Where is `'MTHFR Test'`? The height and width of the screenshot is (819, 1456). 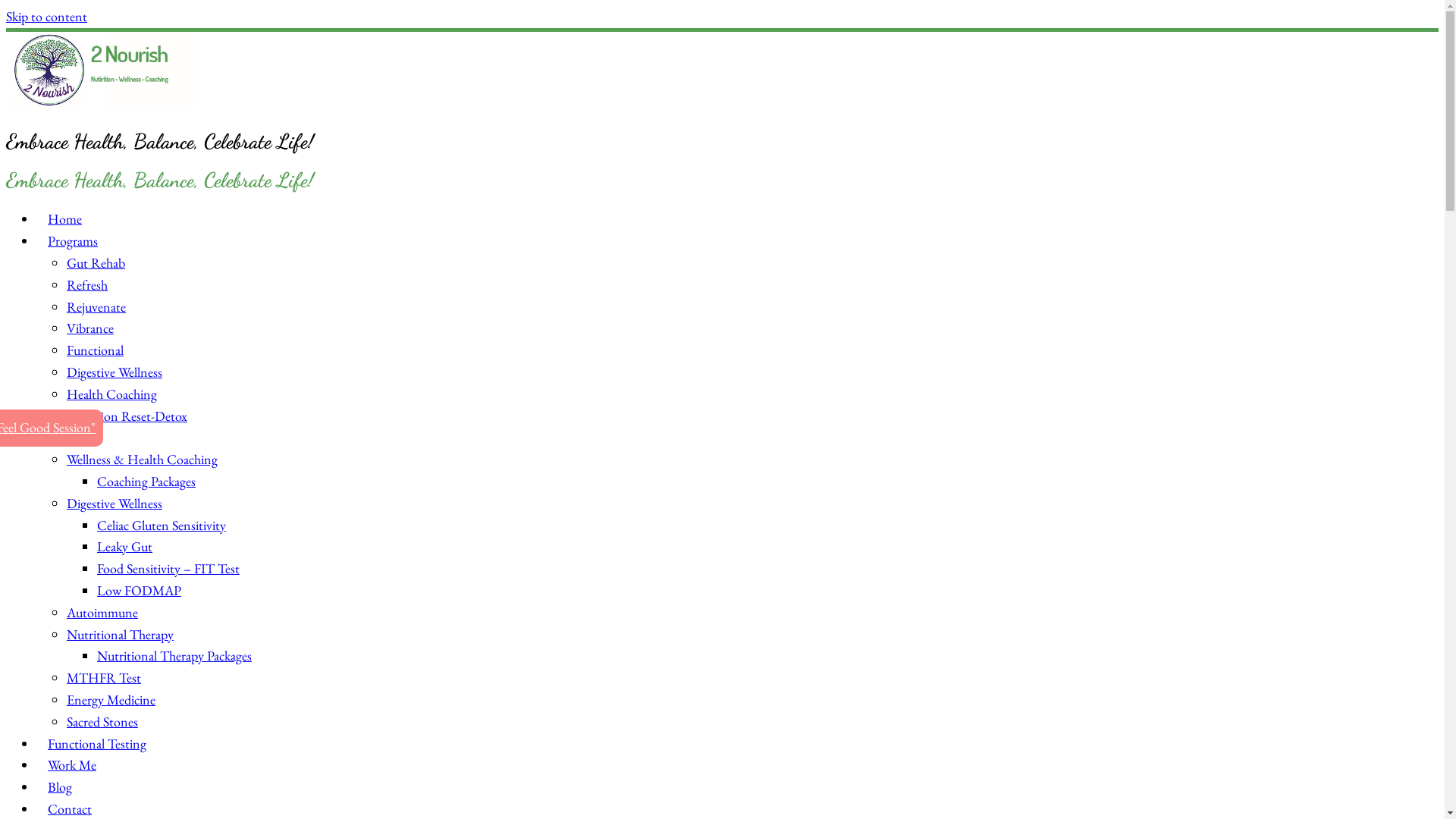
'MTHFR Test' is located at coordinates (103, 676).